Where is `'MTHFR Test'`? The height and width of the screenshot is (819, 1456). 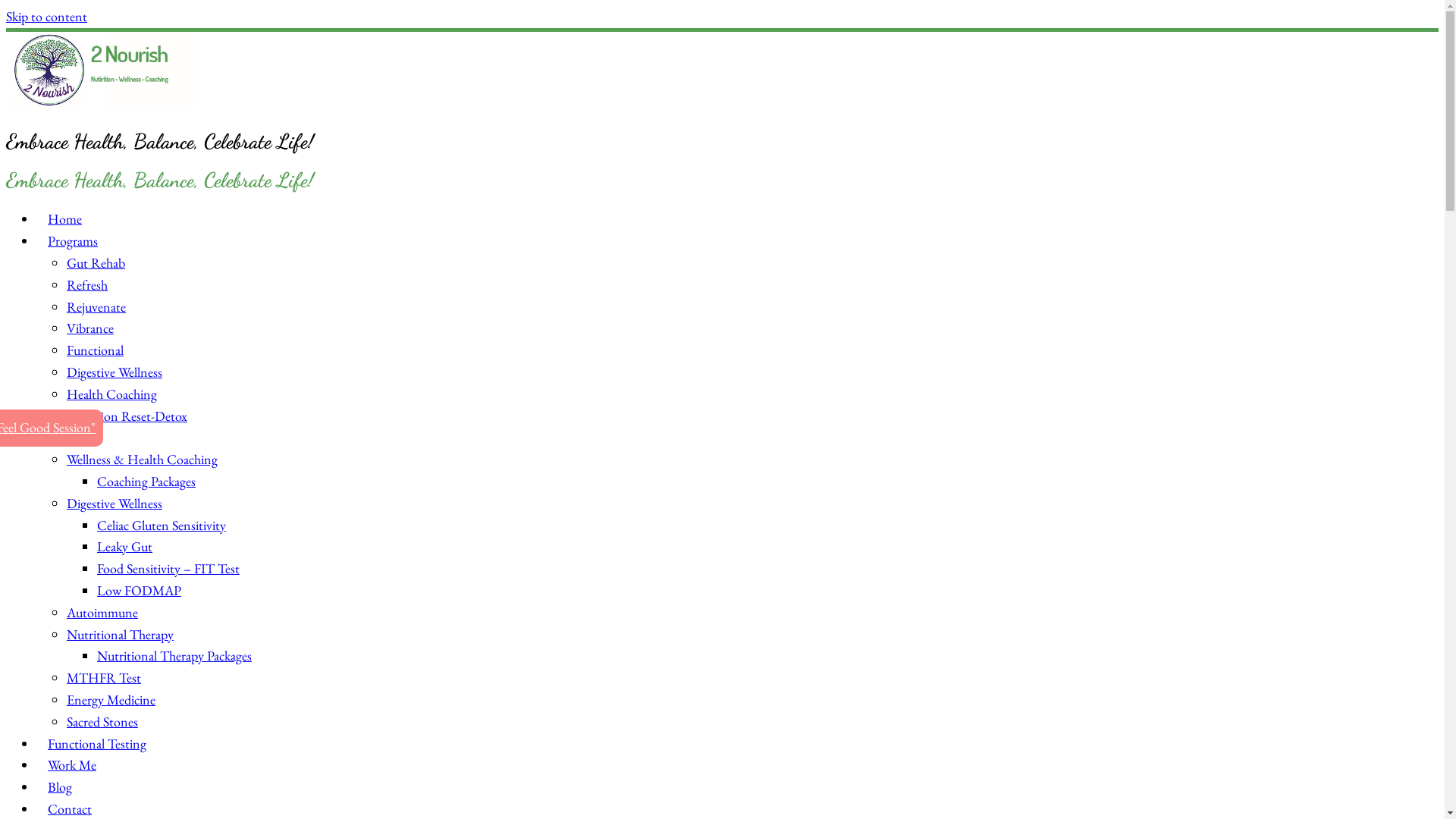
'MTHFR Test' is located at coordinates (103, 676).